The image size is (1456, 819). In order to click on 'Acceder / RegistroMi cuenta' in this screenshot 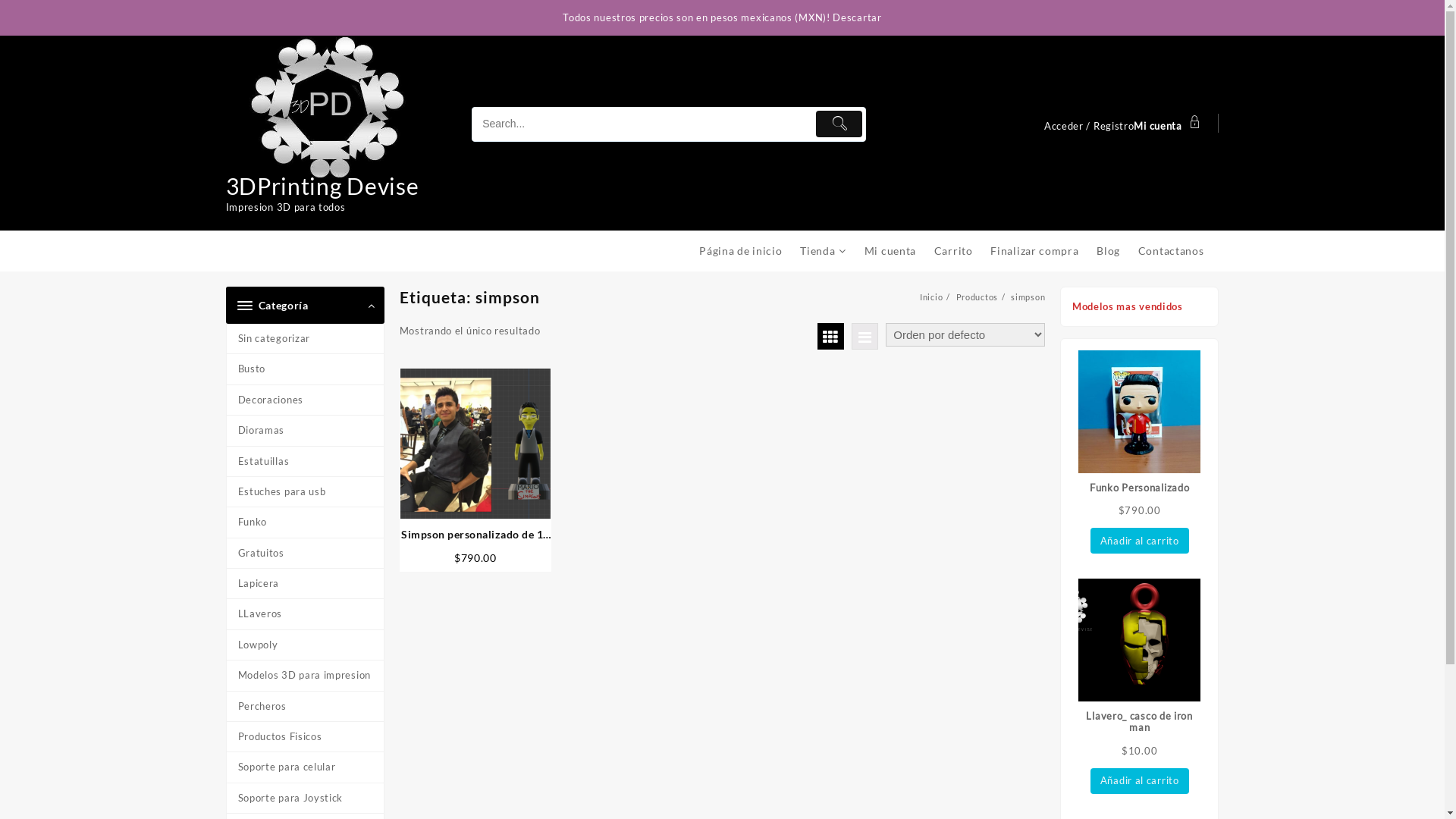, I will do `click(1124, 123)`.